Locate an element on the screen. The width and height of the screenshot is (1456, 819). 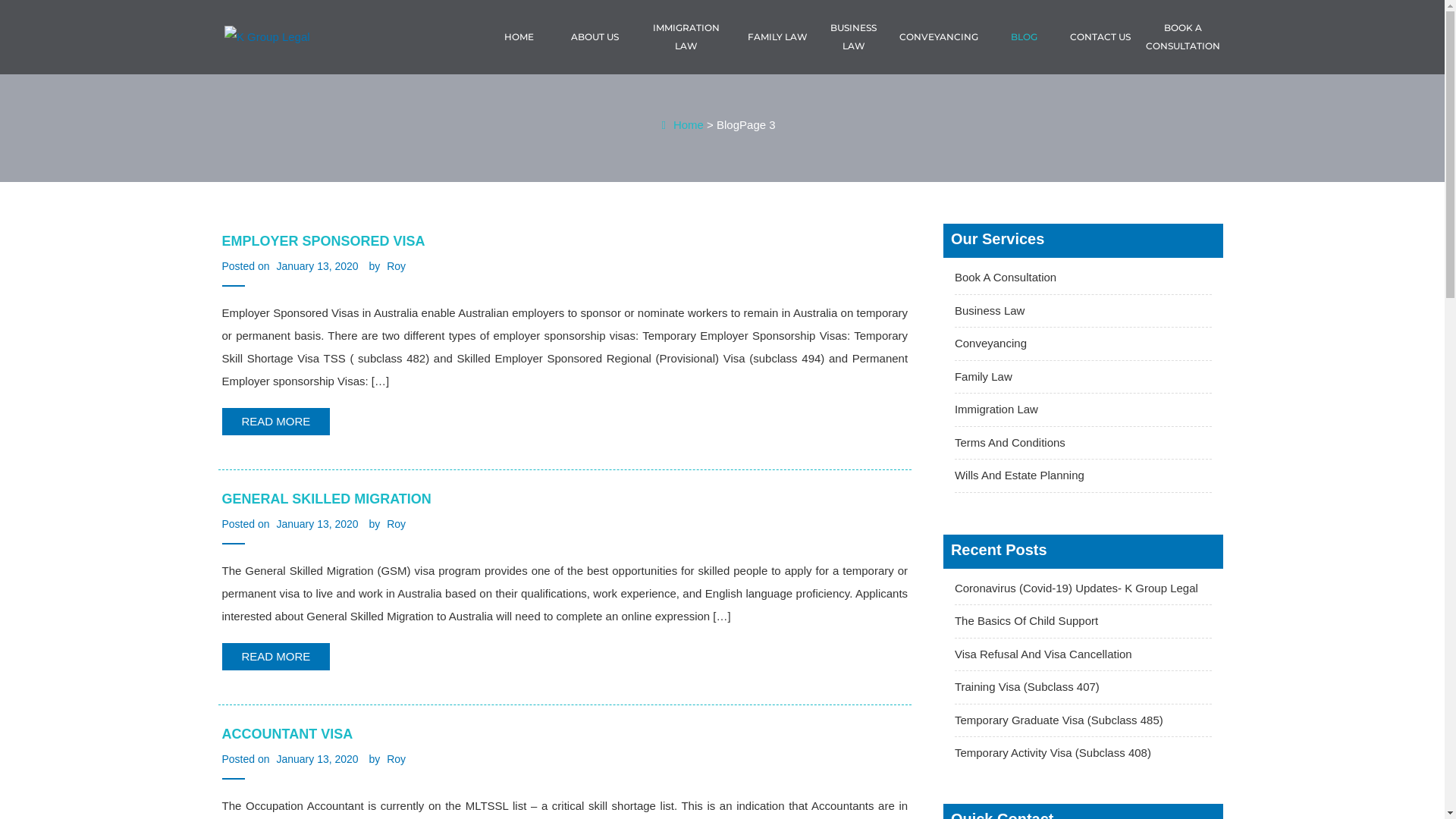
'Terms And Conditions' is located at coordinates (953, 442).